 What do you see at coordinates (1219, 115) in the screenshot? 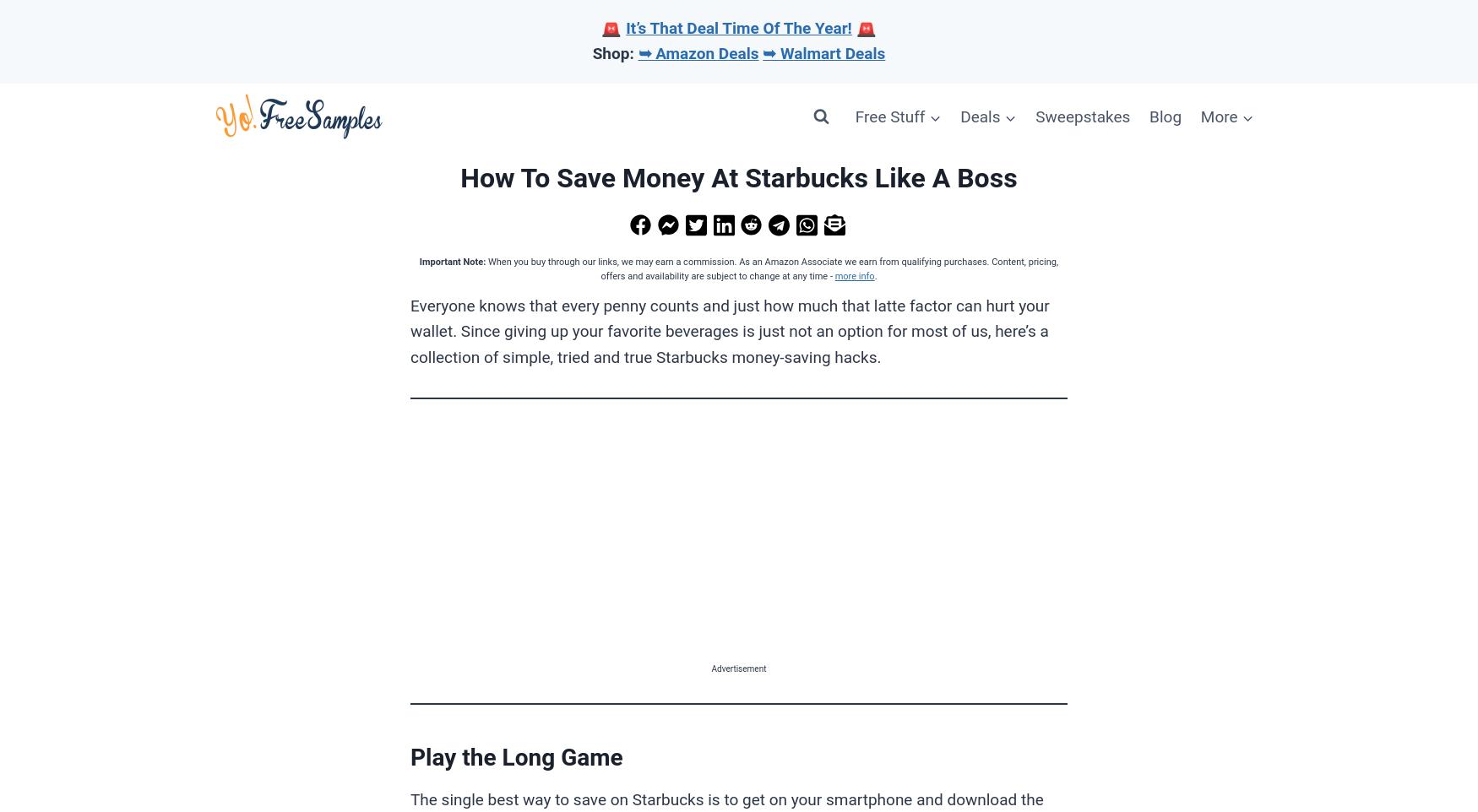
I see `'More'` at bounding box center [1219, 115].